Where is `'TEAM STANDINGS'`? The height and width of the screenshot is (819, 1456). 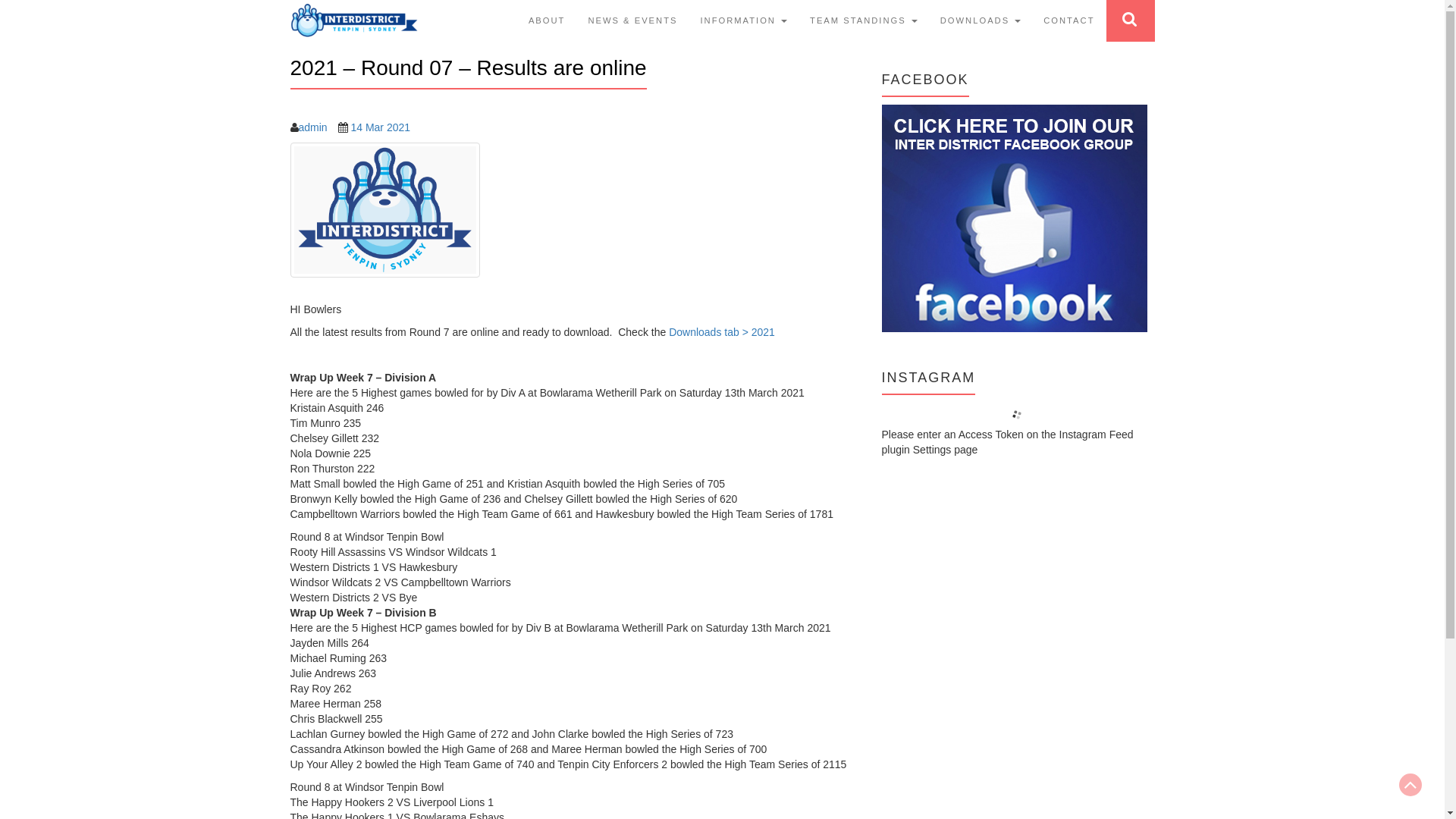 'TEAM STANDINGS' is located at coordinates (863, 20).